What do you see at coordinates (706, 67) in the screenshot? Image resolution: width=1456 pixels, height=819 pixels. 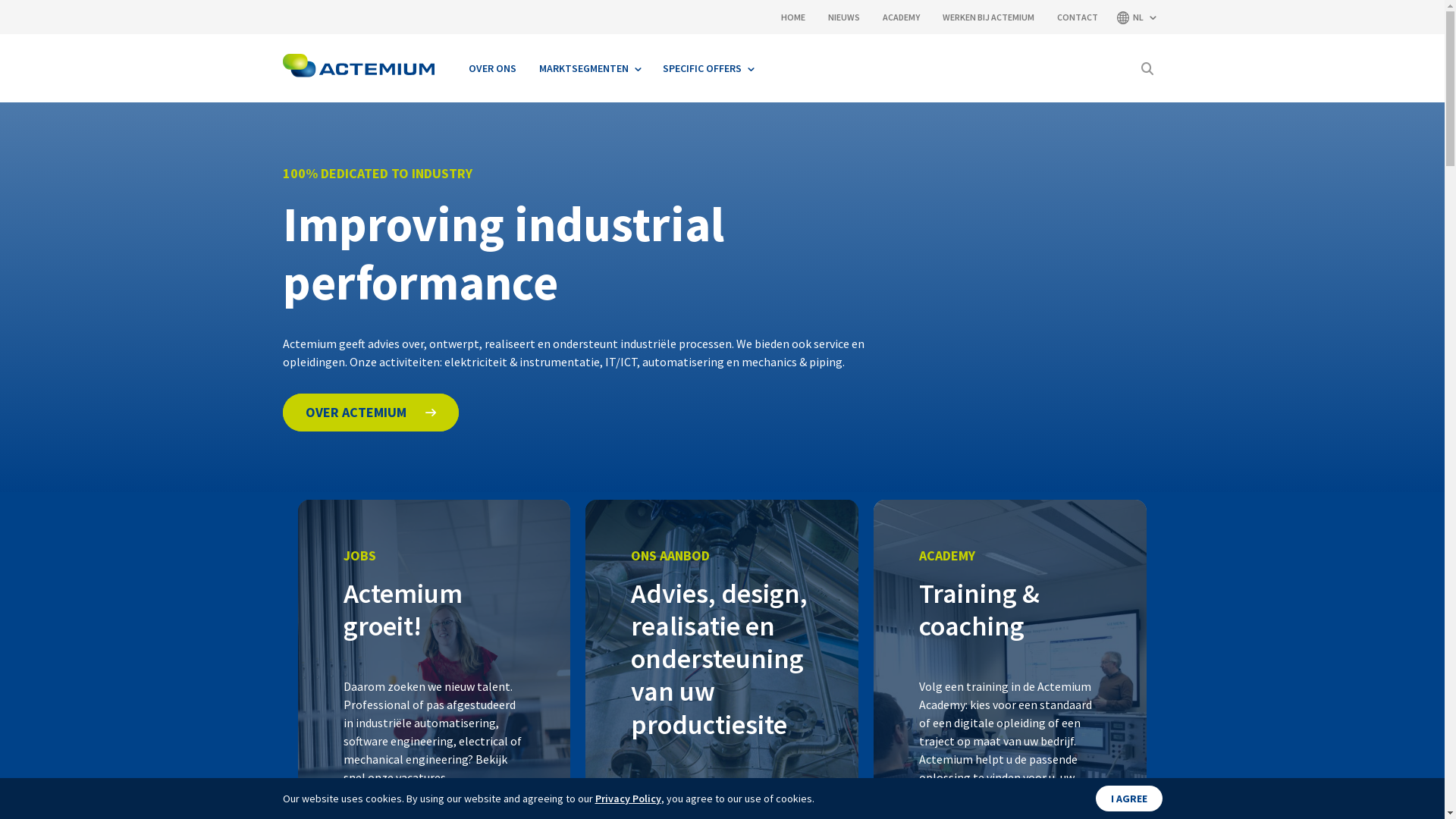 I see `'SPECIFIC OFFERS'` at bounding box center [706, 67].